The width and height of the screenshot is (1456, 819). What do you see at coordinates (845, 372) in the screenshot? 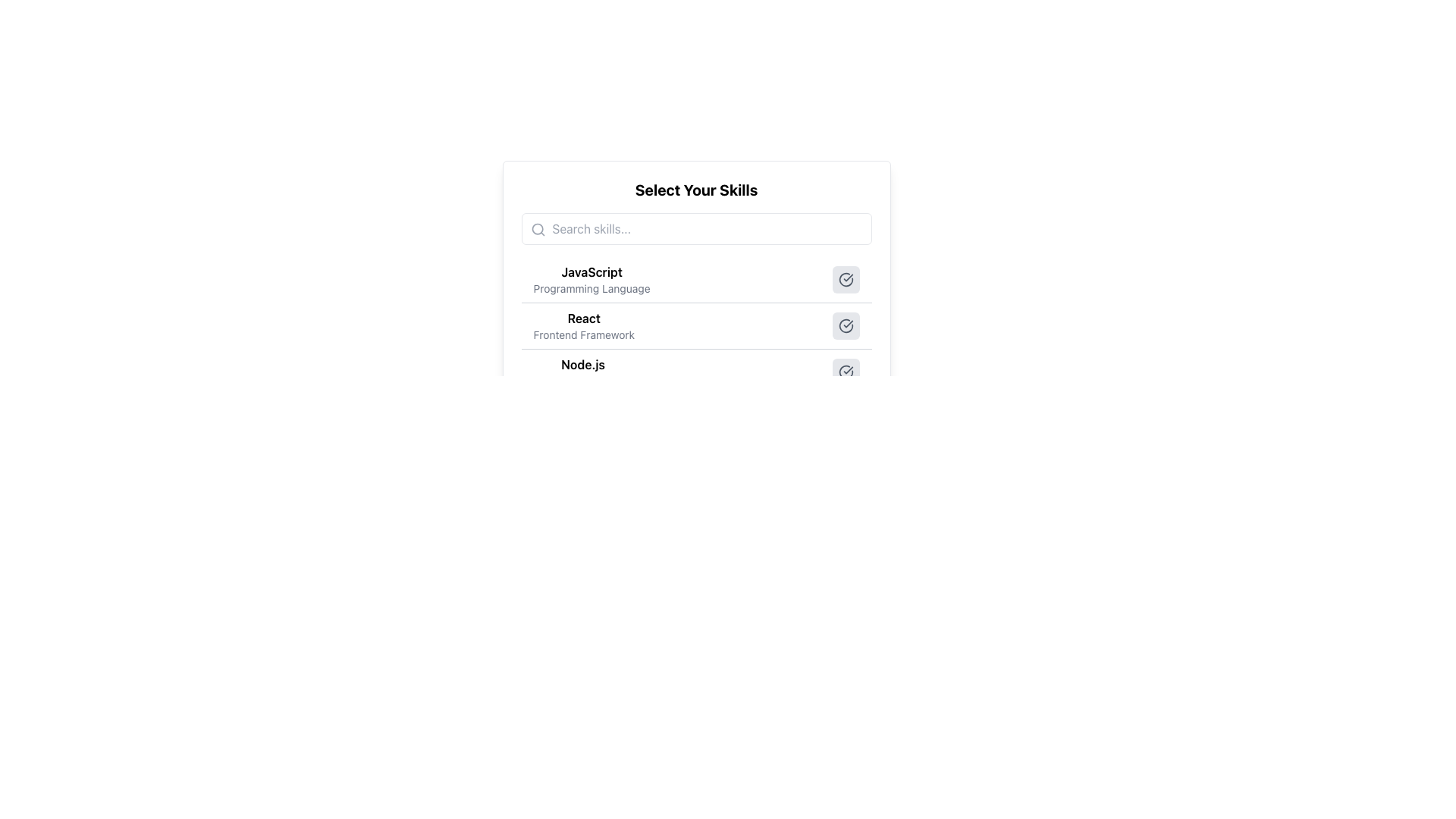
I see `the rightmost icon of the 'Node.js' row` at bounding box center [845, 372].